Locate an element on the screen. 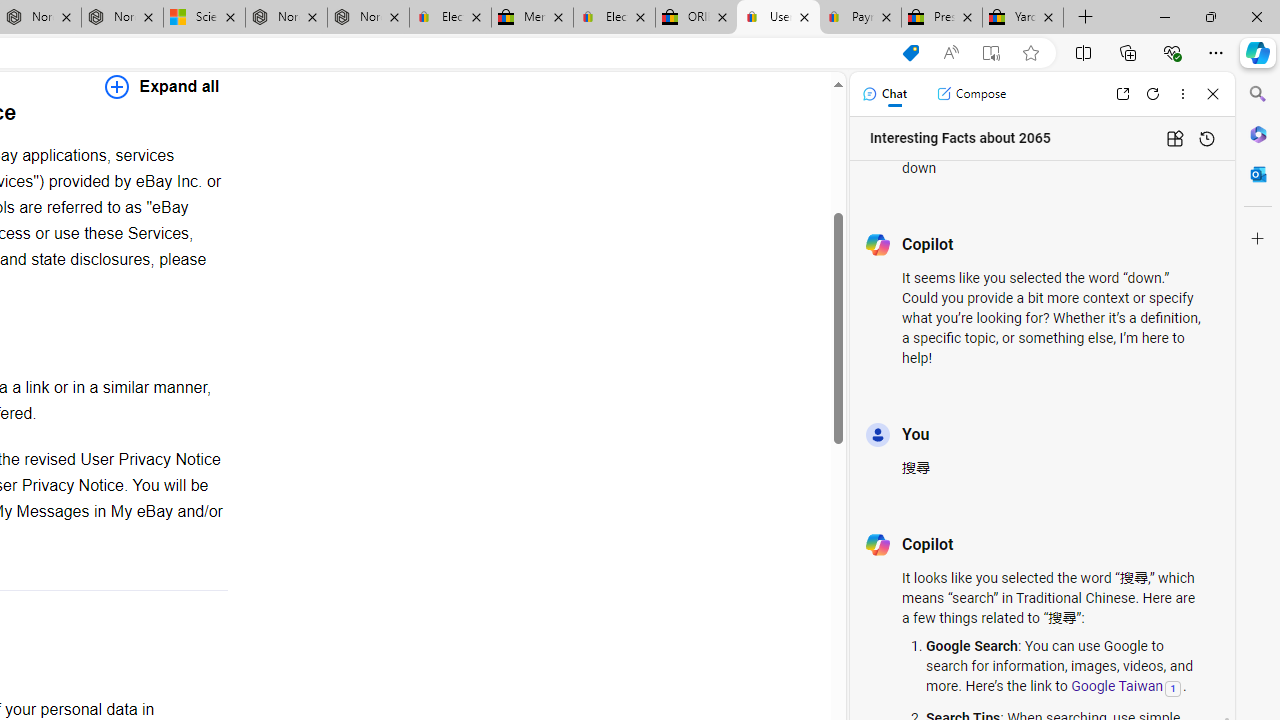 This screenshot has height=720, width=1280. 'Nordace - Summer Adventures 2024' is located at coordinates (285, 17).